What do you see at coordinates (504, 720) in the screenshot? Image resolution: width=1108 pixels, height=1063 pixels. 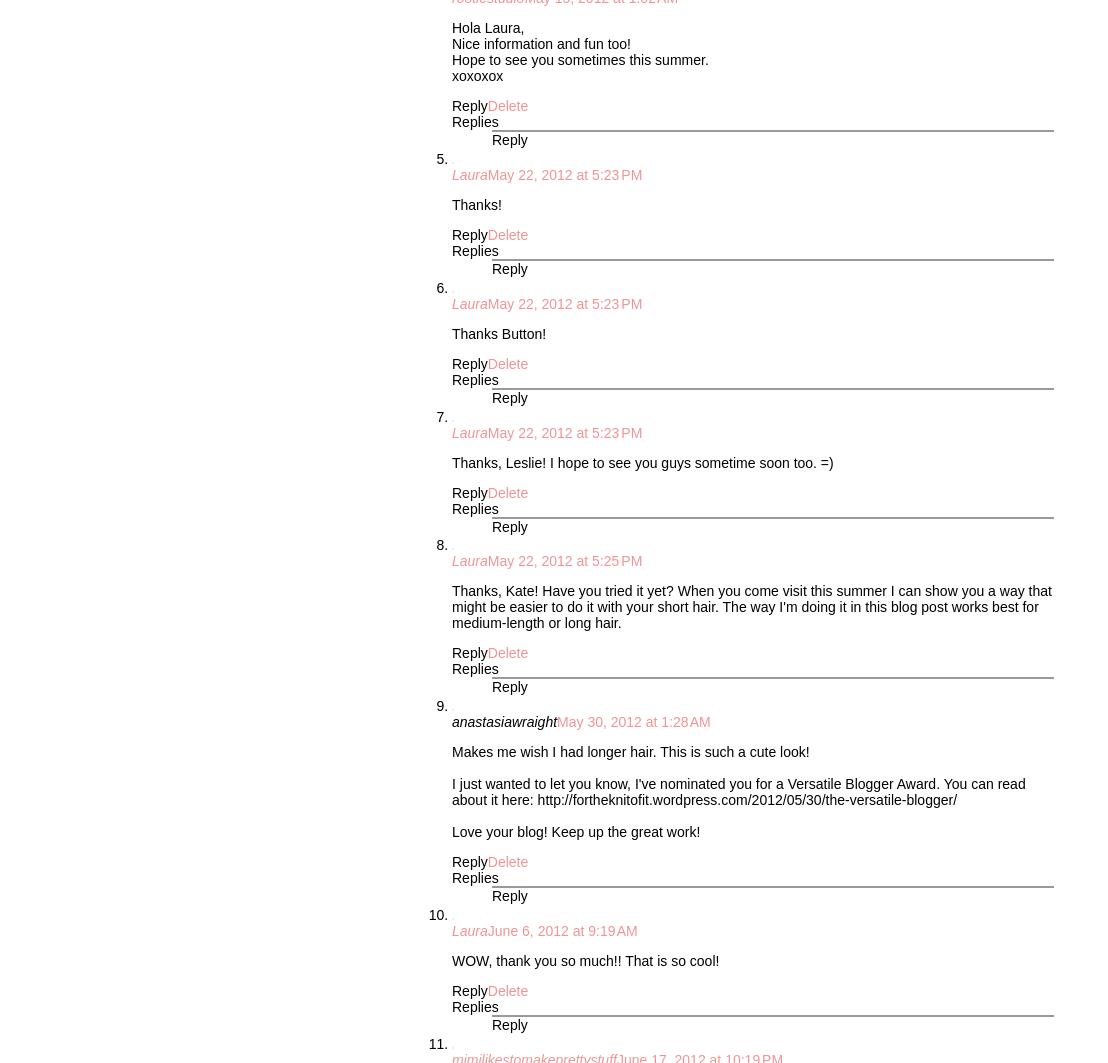 I see `'anastasiawraight'` at bounding box center [504, 720].